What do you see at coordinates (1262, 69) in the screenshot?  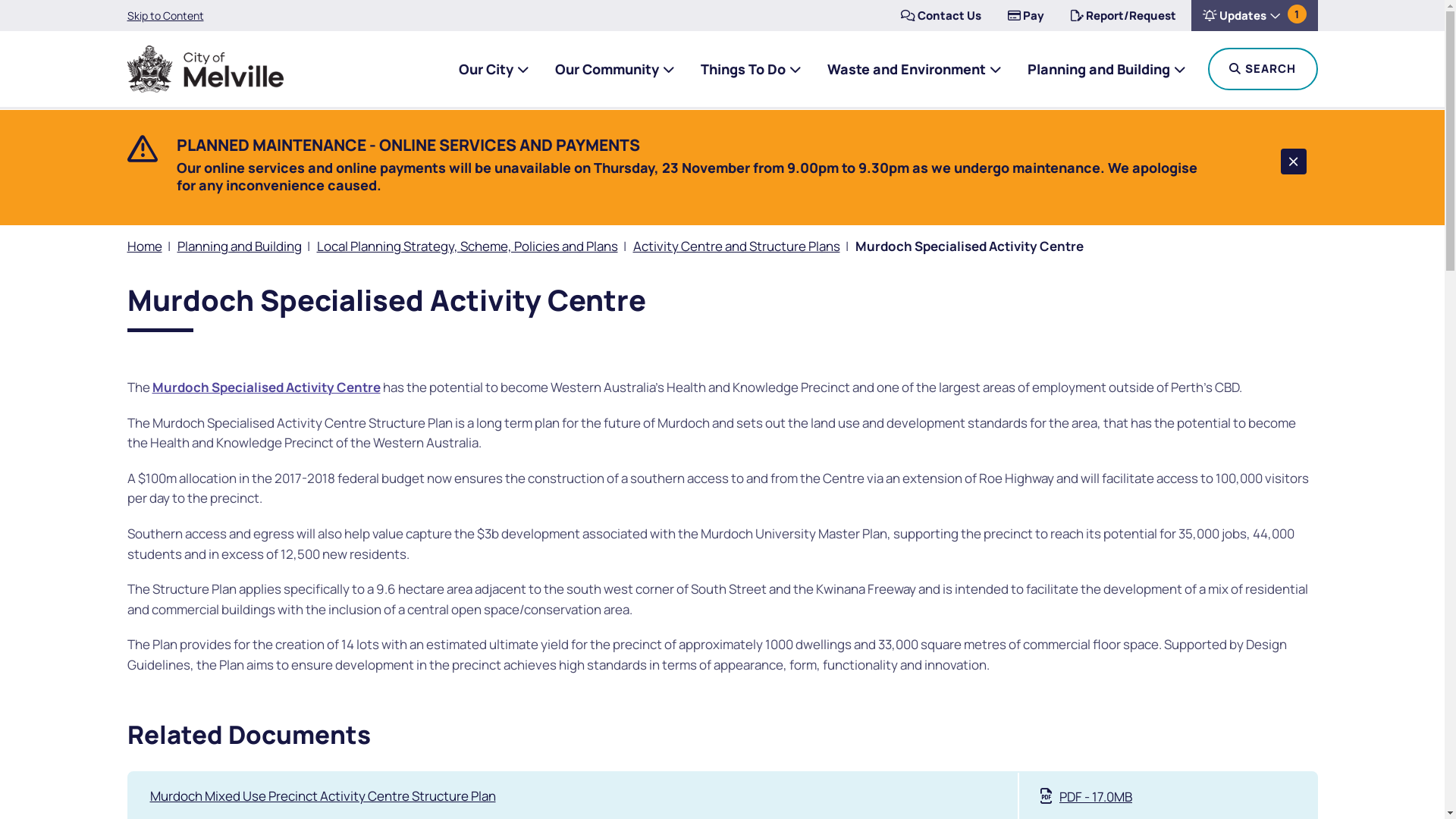 I see `'SEARCH'` at bounding box center [1262, 69].